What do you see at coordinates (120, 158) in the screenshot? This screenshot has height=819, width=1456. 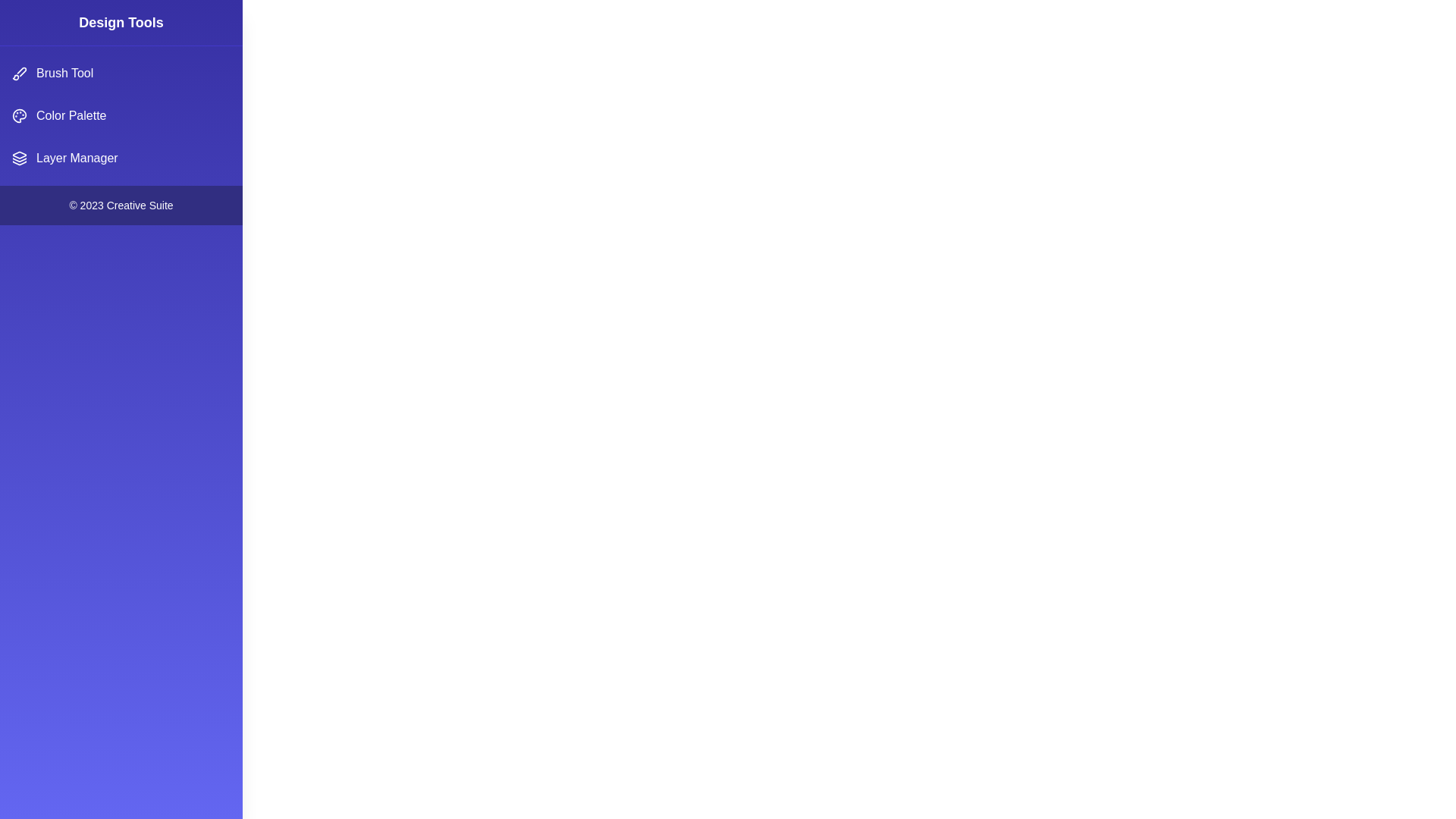 I see `the 'Layer Manager' option in the menu` at bounding box center [120, 158].